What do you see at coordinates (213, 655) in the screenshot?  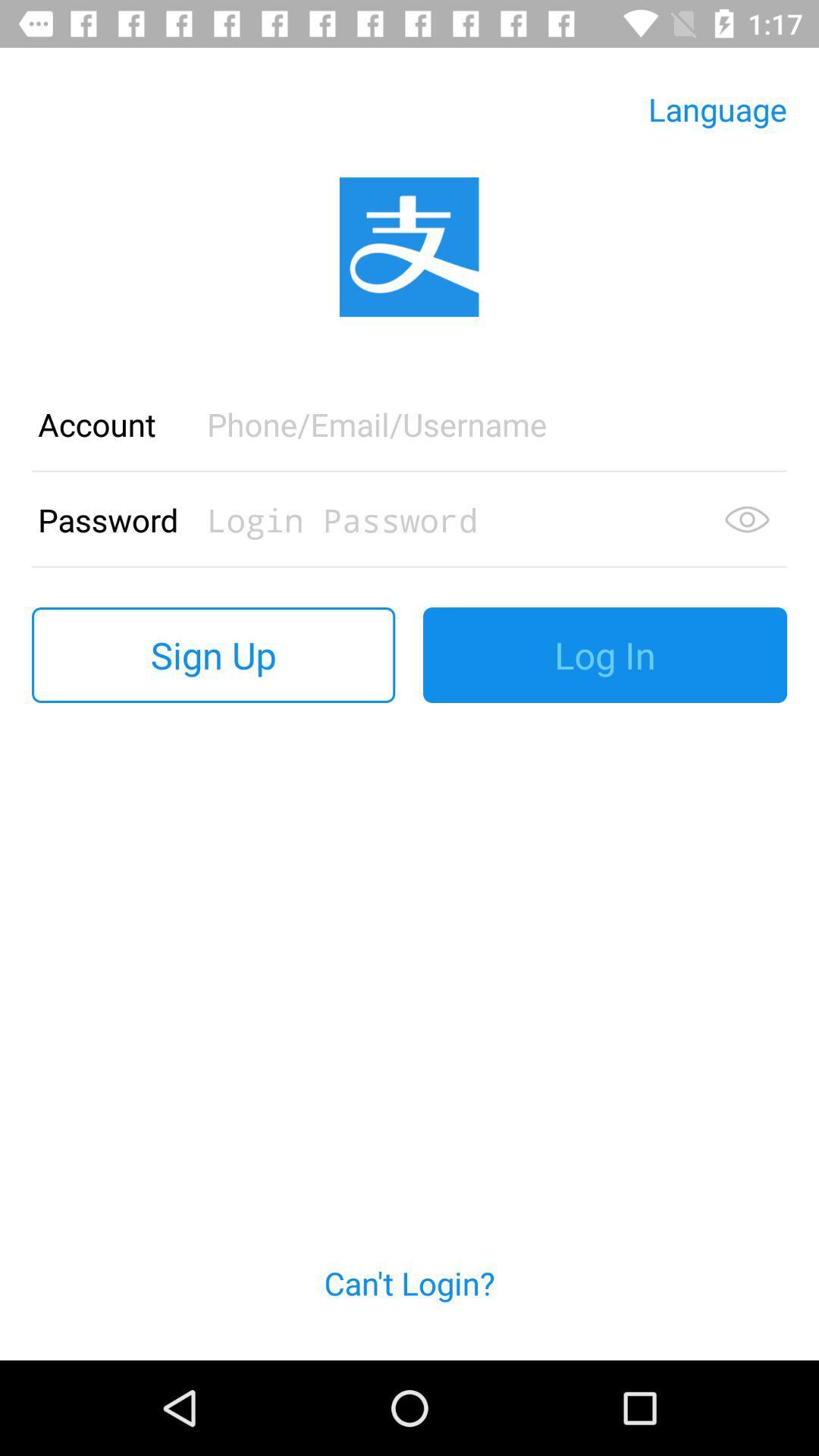 I see `the item above can't login? app` at bounding box center [213, 655].